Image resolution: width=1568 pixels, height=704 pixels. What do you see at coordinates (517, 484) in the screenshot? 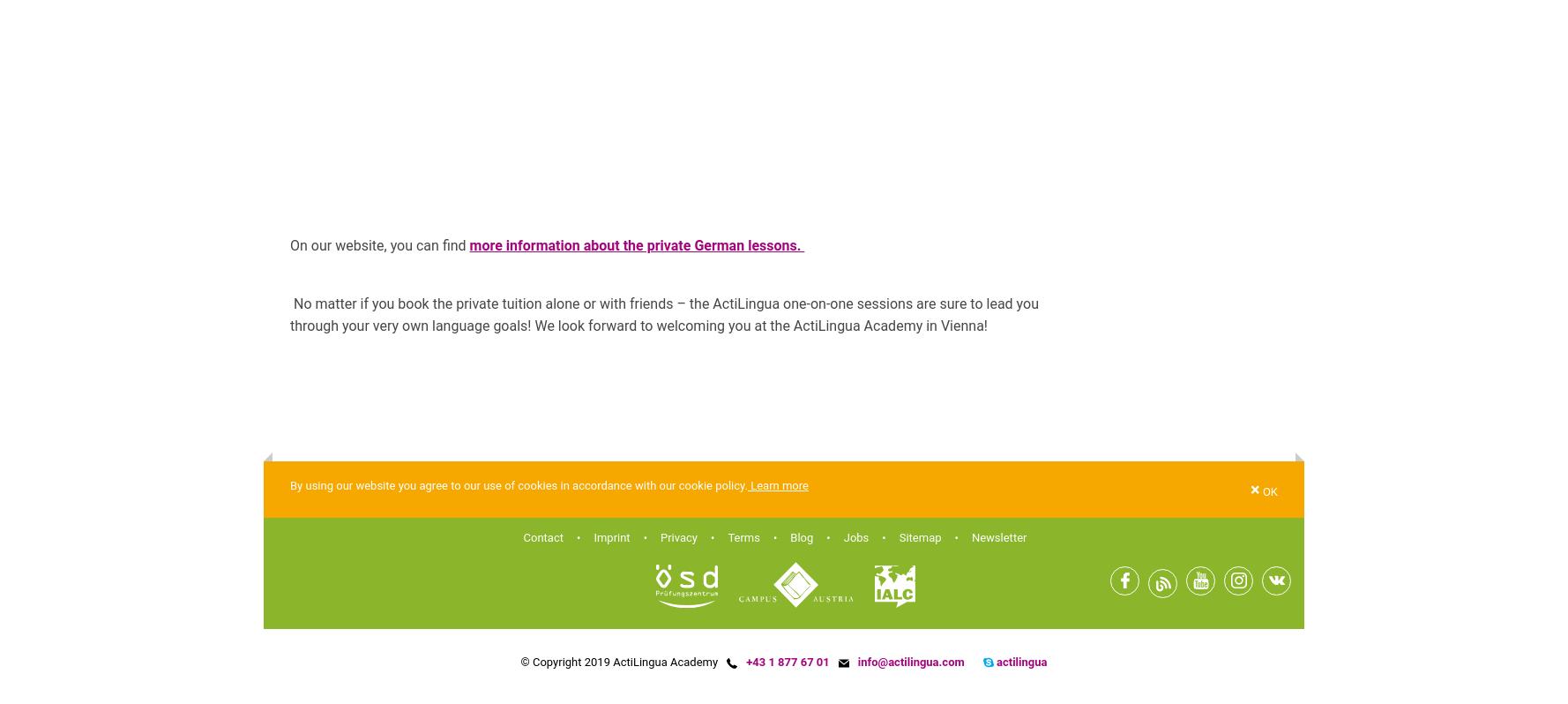
I see `'By using our website you agree to our use of cookies in accordance with our cookie policy.'` at bounding box center [517, 484].